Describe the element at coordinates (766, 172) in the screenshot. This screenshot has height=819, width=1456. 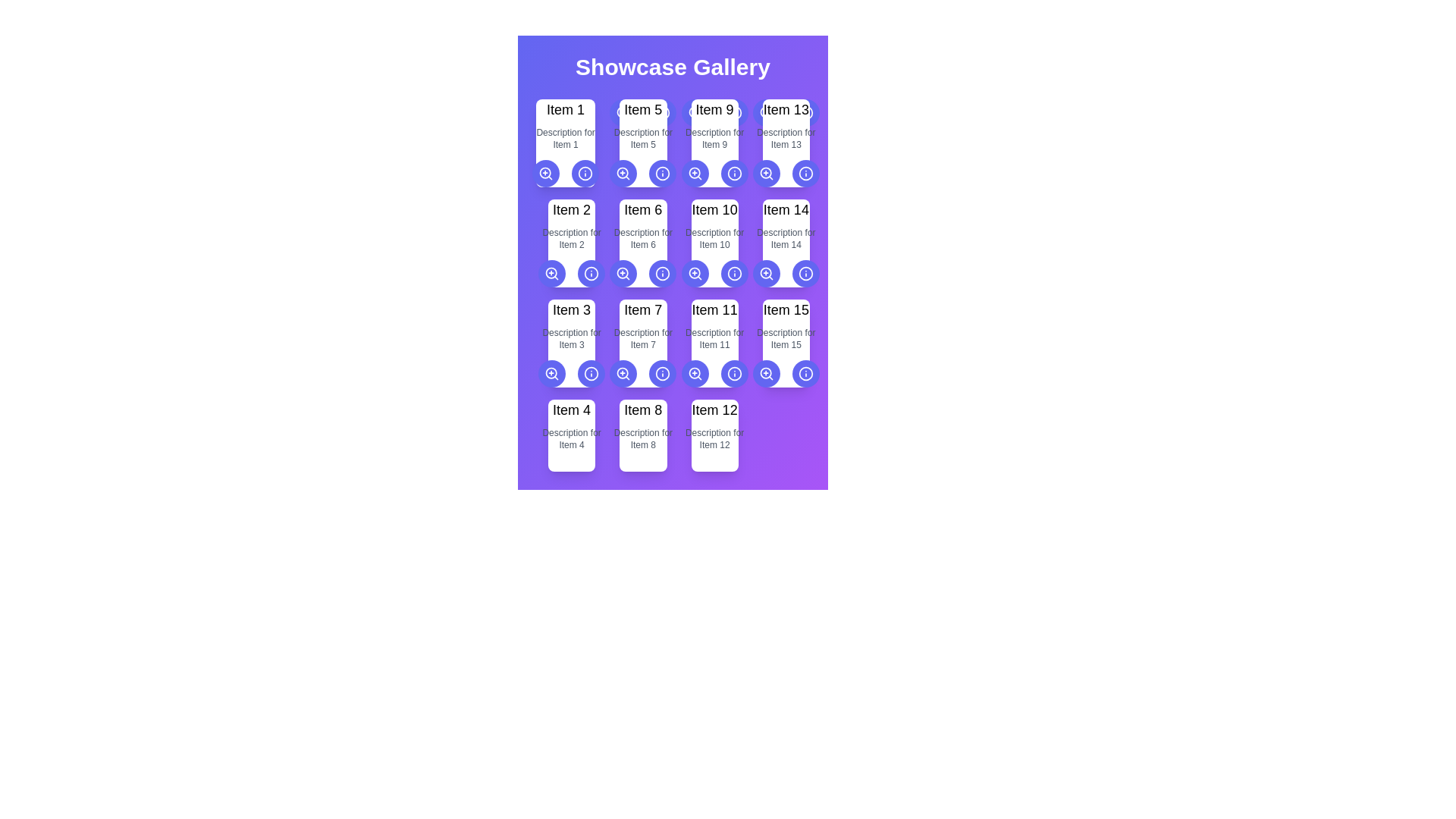
I see `the SVG circle element of the zoom-in icon, which is part of the control set for 'Item 13' card` at that location.